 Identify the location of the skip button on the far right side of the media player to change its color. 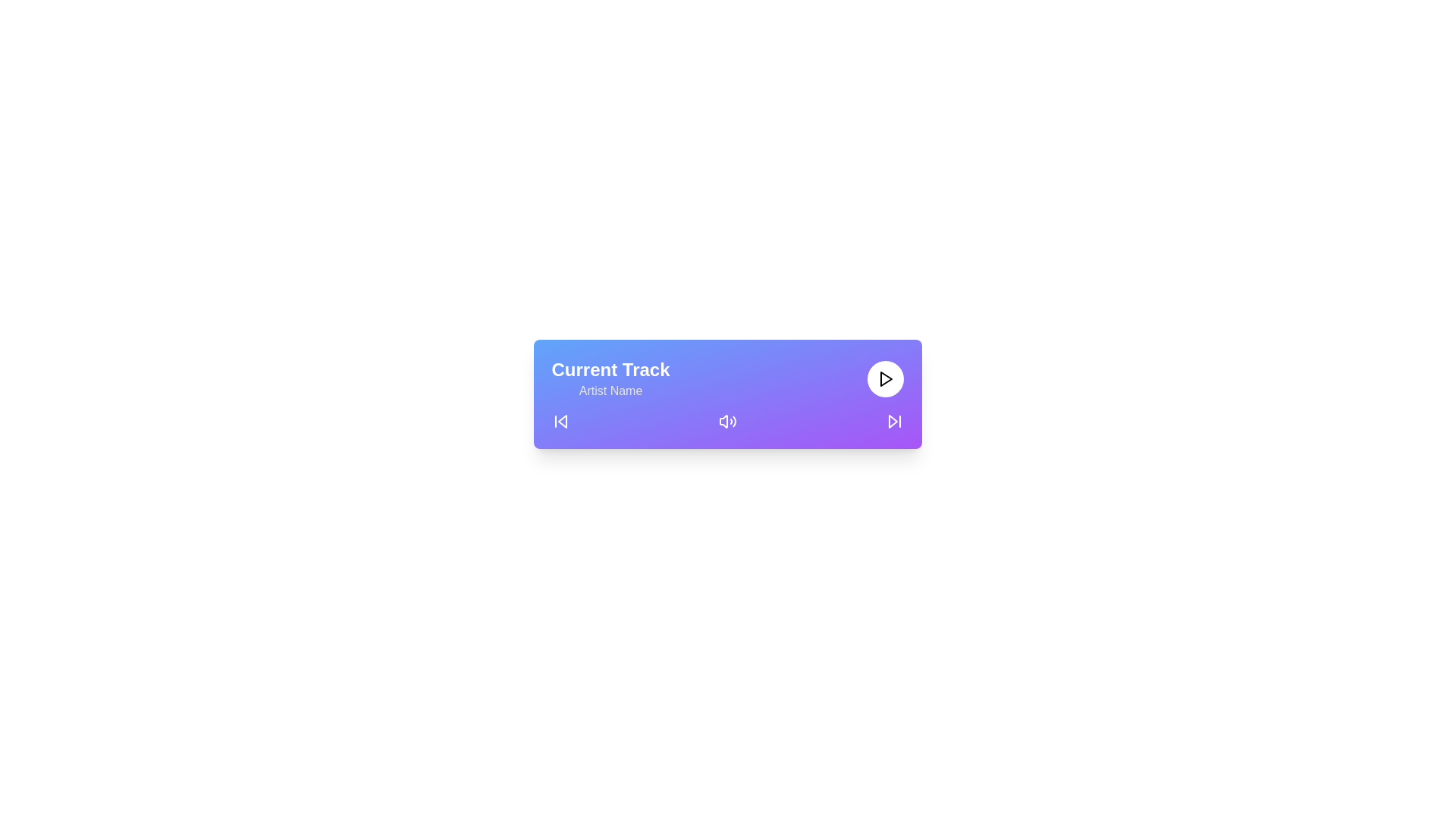
(894, 421).